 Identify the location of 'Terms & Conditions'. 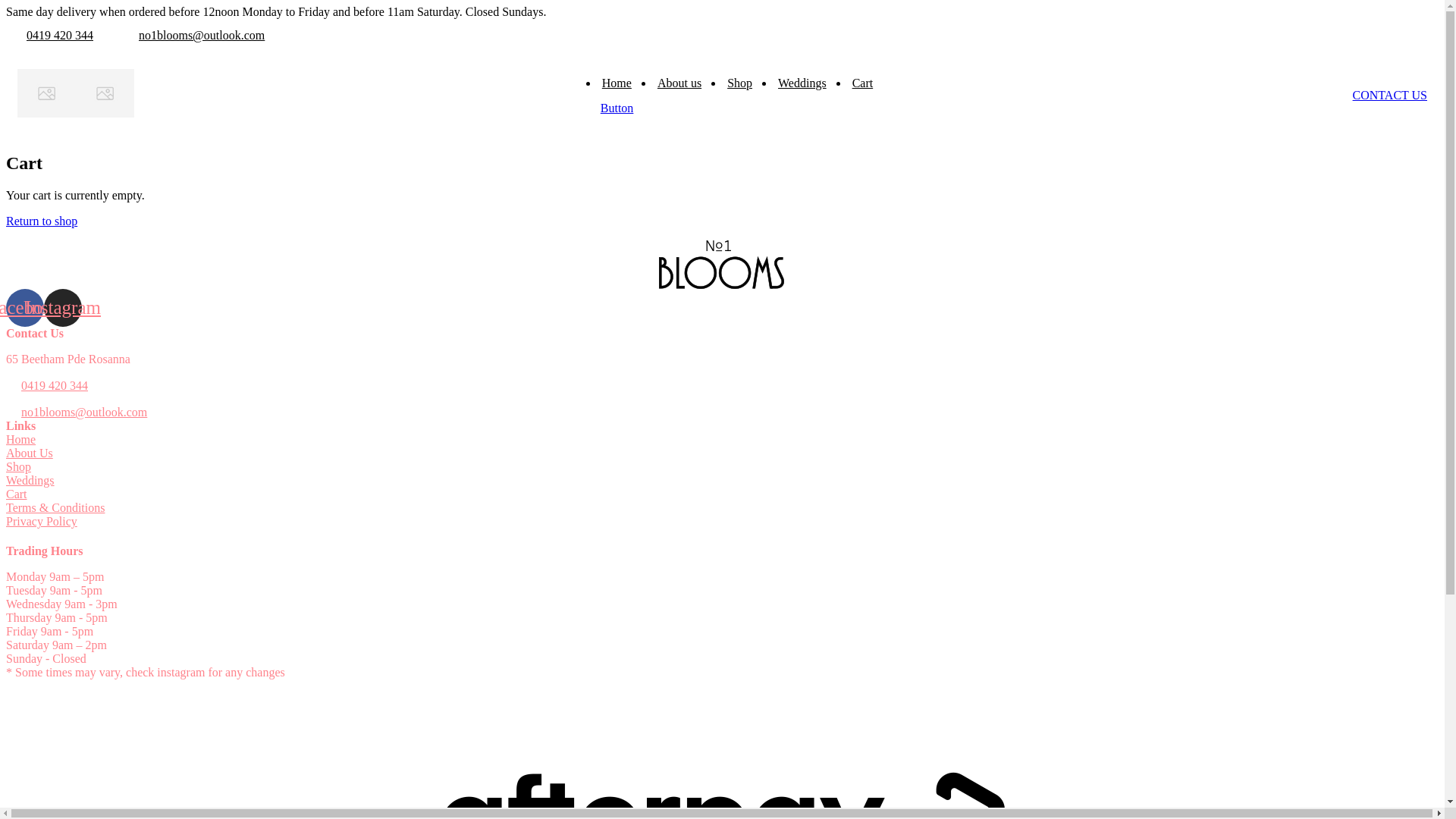
(55, 507).